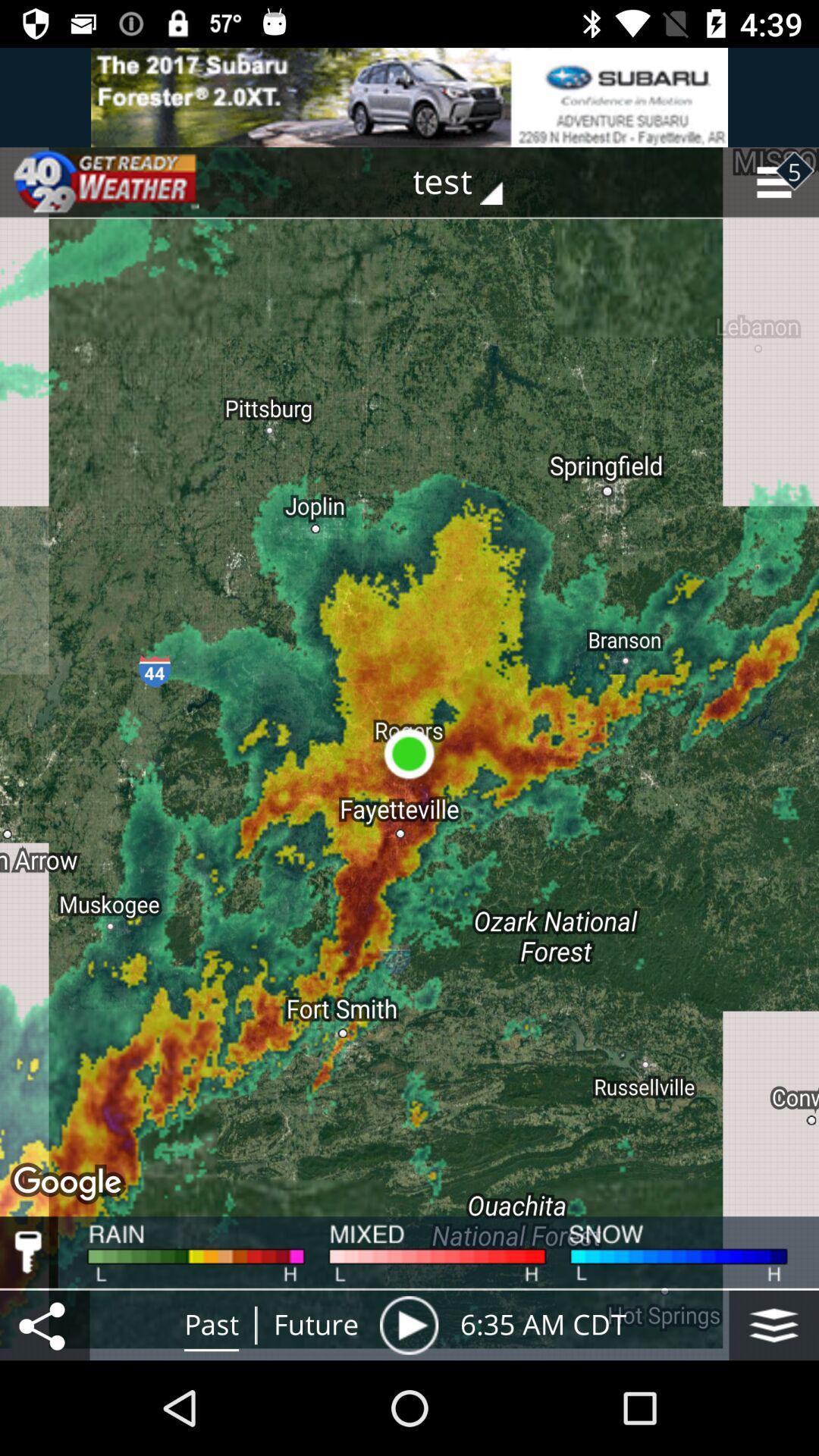 The height and width of the screenshot is (1456, 819). What do you see at coordinates (409, 96) in the screenshot?
I see `notification option` at bounding box center [409, 96].